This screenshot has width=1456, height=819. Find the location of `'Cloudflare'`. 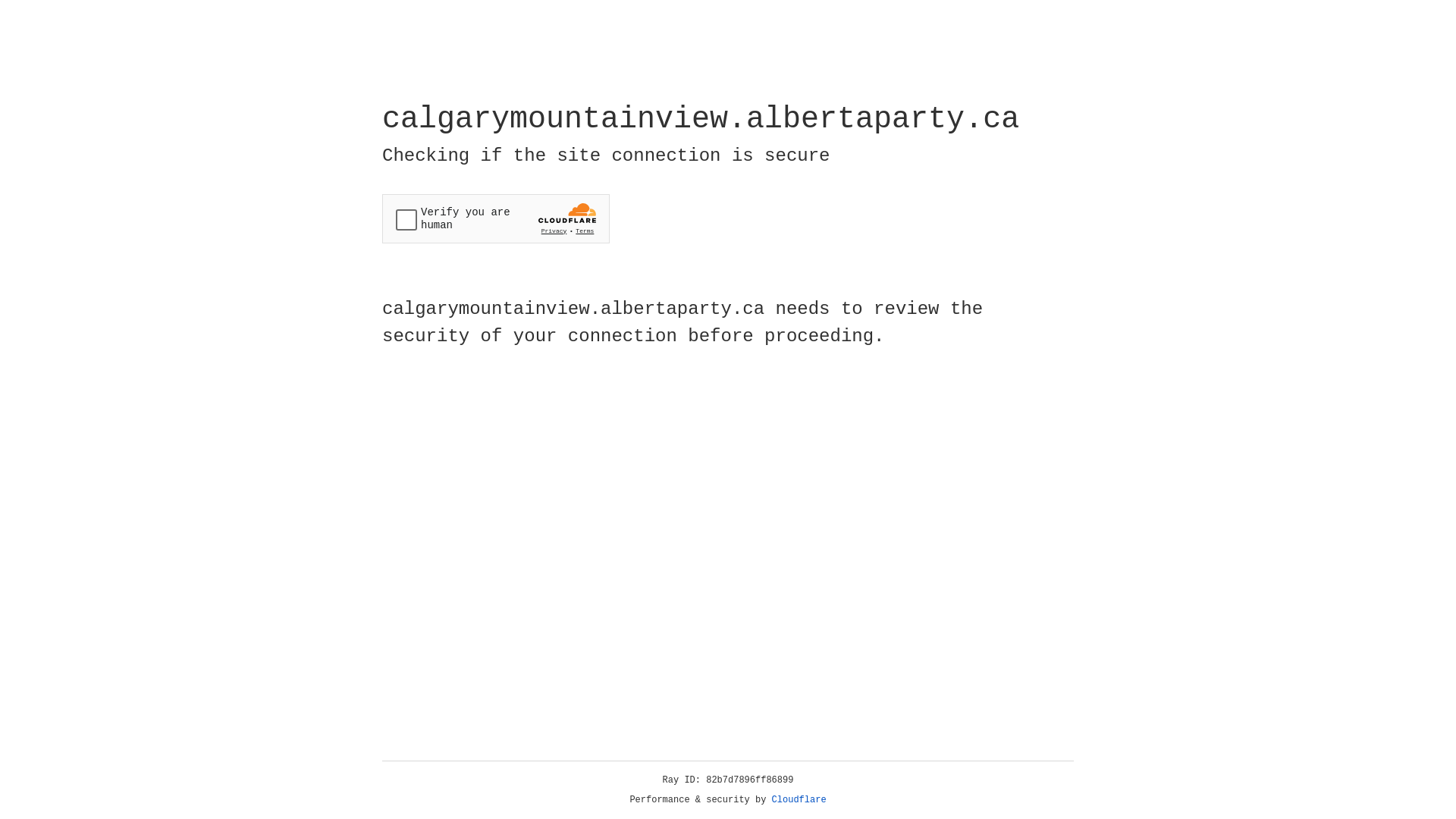

'Cloudflare' is located at coordinates (771, 799).